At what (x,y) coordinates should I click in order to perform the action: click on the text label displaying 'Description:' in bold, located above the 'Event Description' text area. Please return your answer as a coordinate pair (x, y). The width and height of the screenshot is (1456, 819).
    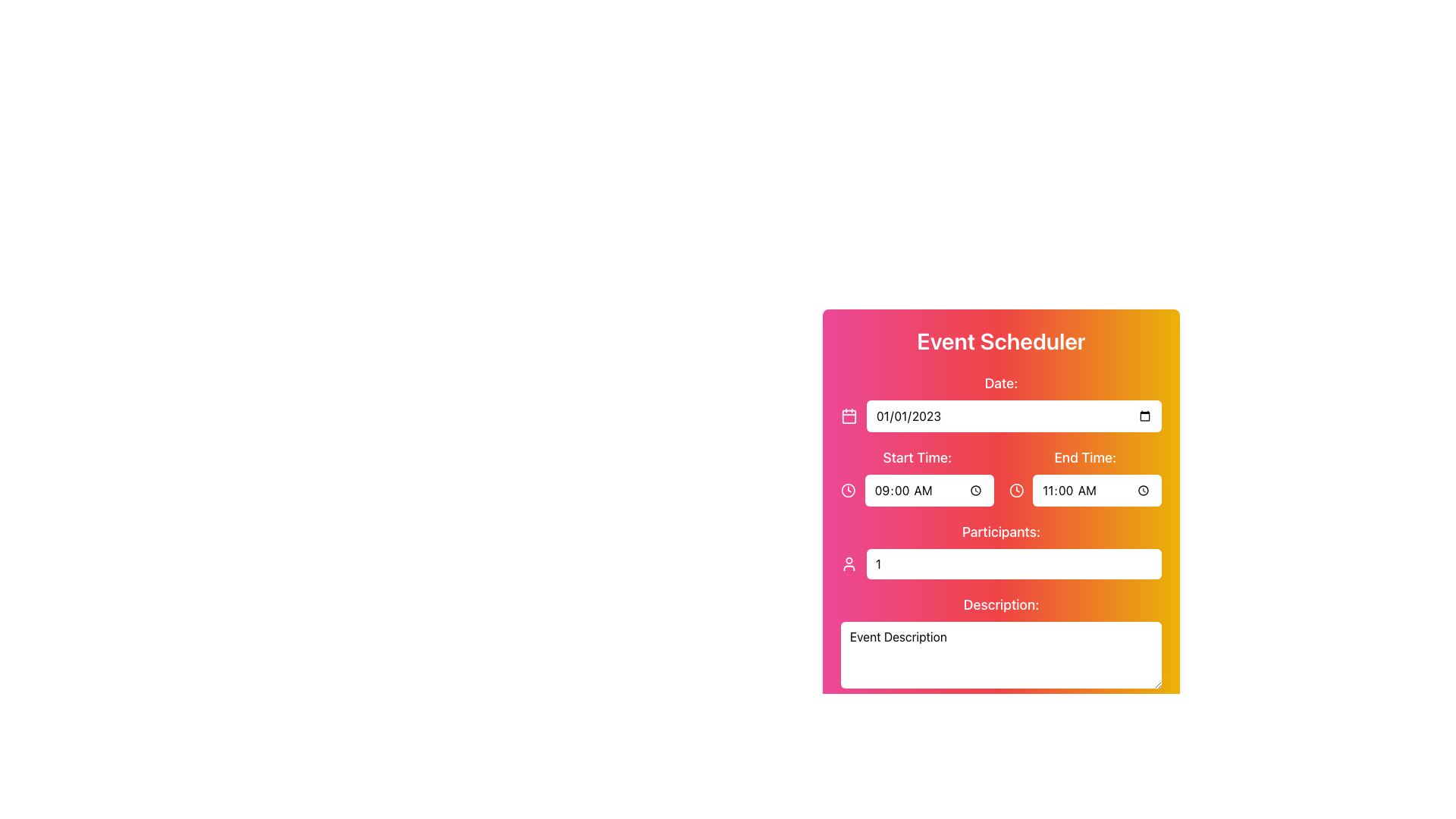
    Looking at the image, I should click on (1001, 604).